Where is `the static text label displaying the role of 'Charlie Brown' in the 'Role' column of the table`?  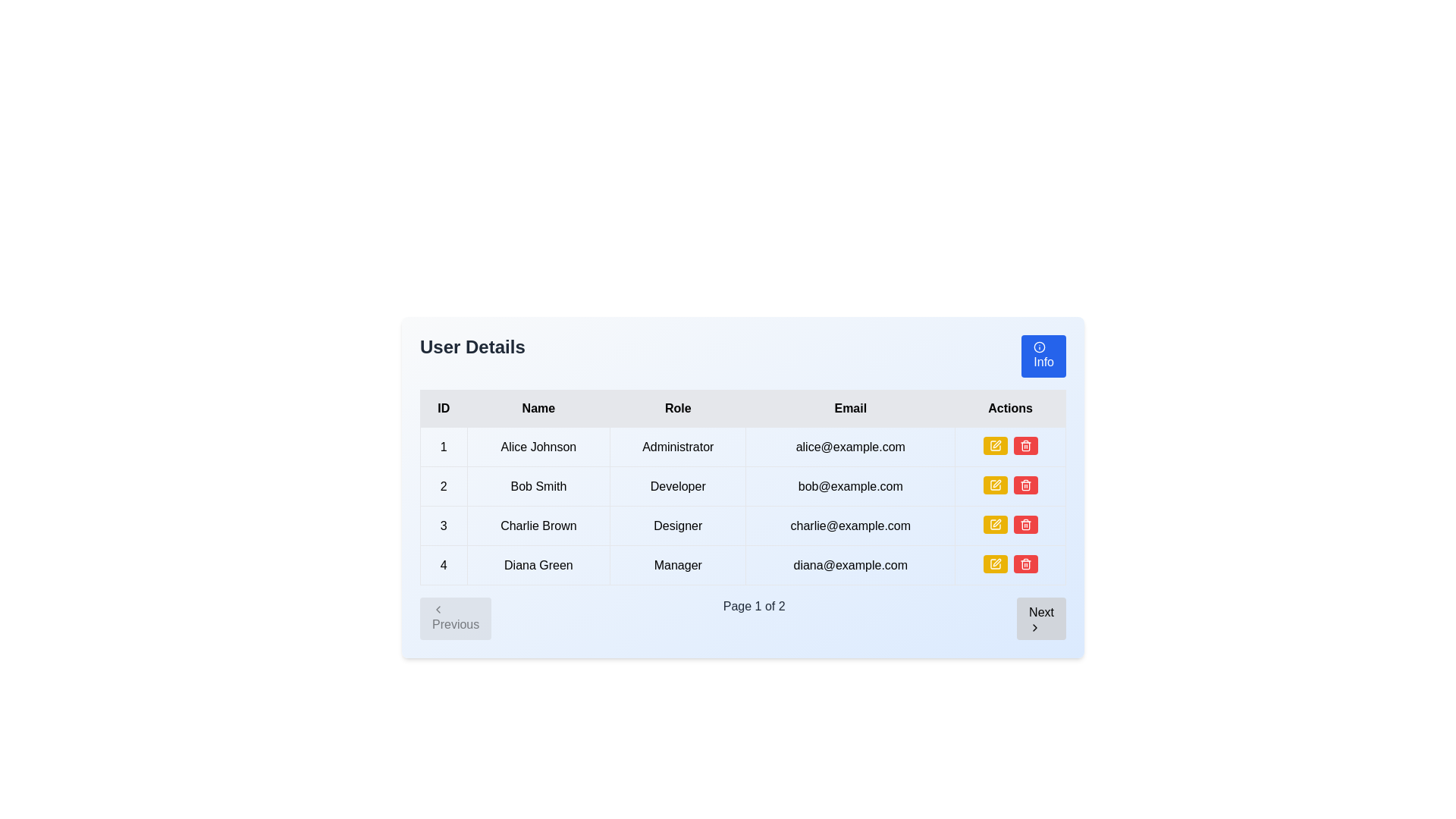 the static text label displaying the role of 'Charlie Brown' in the 'Role' column of the table is located at coordinates (677, 525).